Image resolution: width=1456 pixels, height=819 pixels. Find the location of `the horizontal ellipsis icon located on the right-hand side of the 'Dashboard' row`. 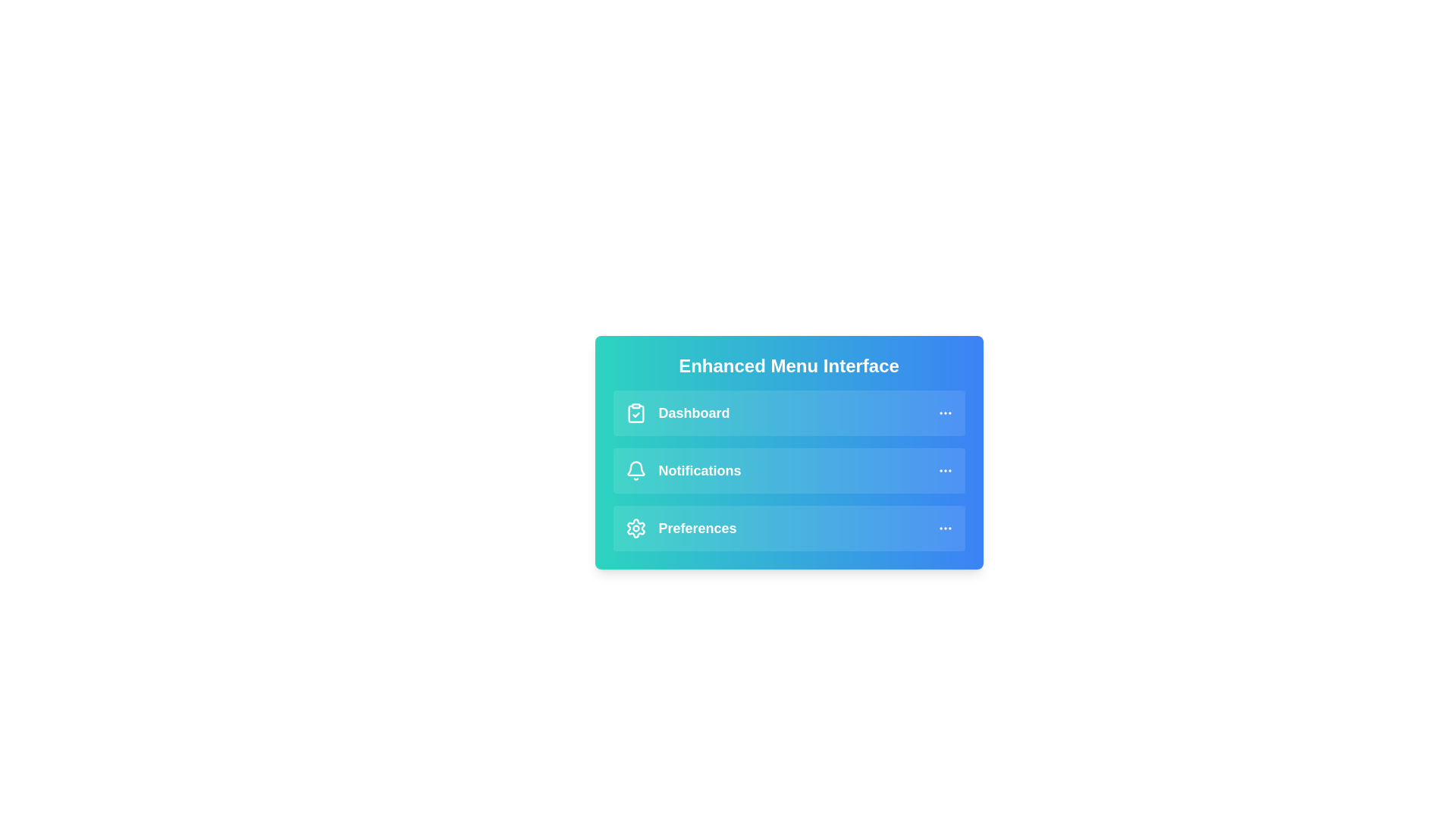

the horizontal ellipsis icon located on the right-hand side of the 'Dashboard' row is located at coordinates (944, 413).